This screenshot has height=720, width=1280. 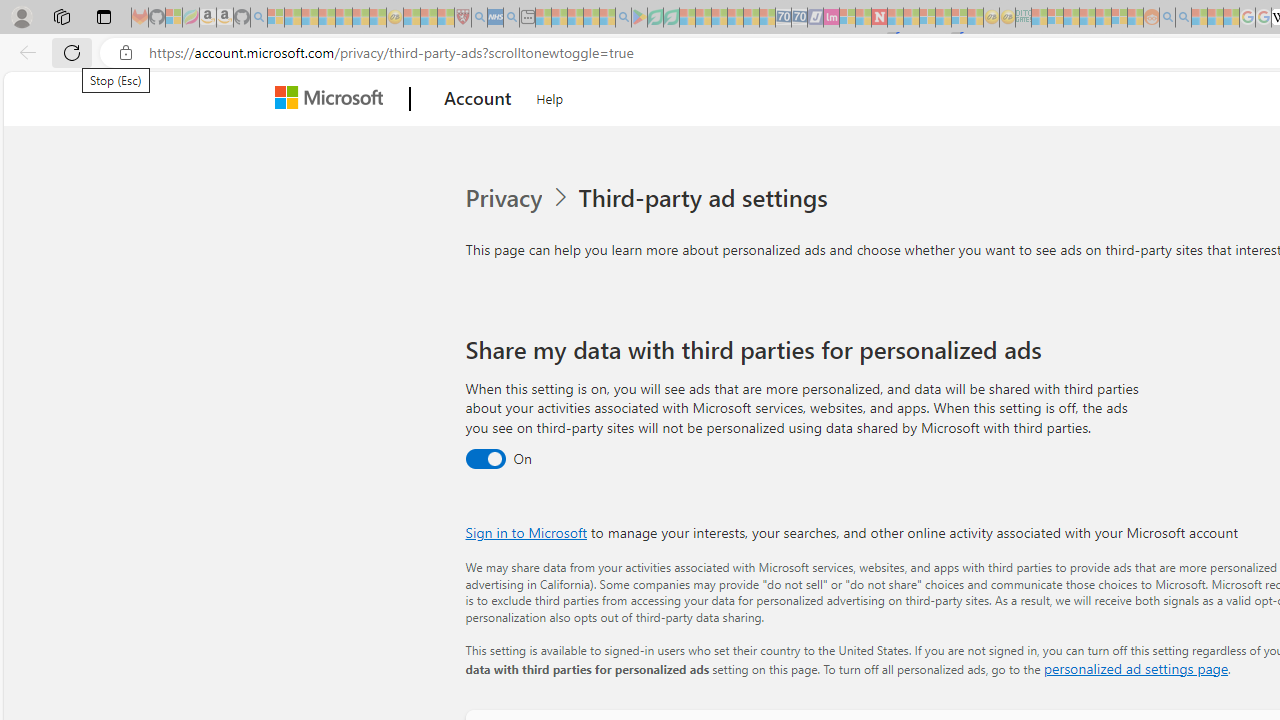 I want to click on 'Sign in to Microsoft', so click(x=526, y=531).